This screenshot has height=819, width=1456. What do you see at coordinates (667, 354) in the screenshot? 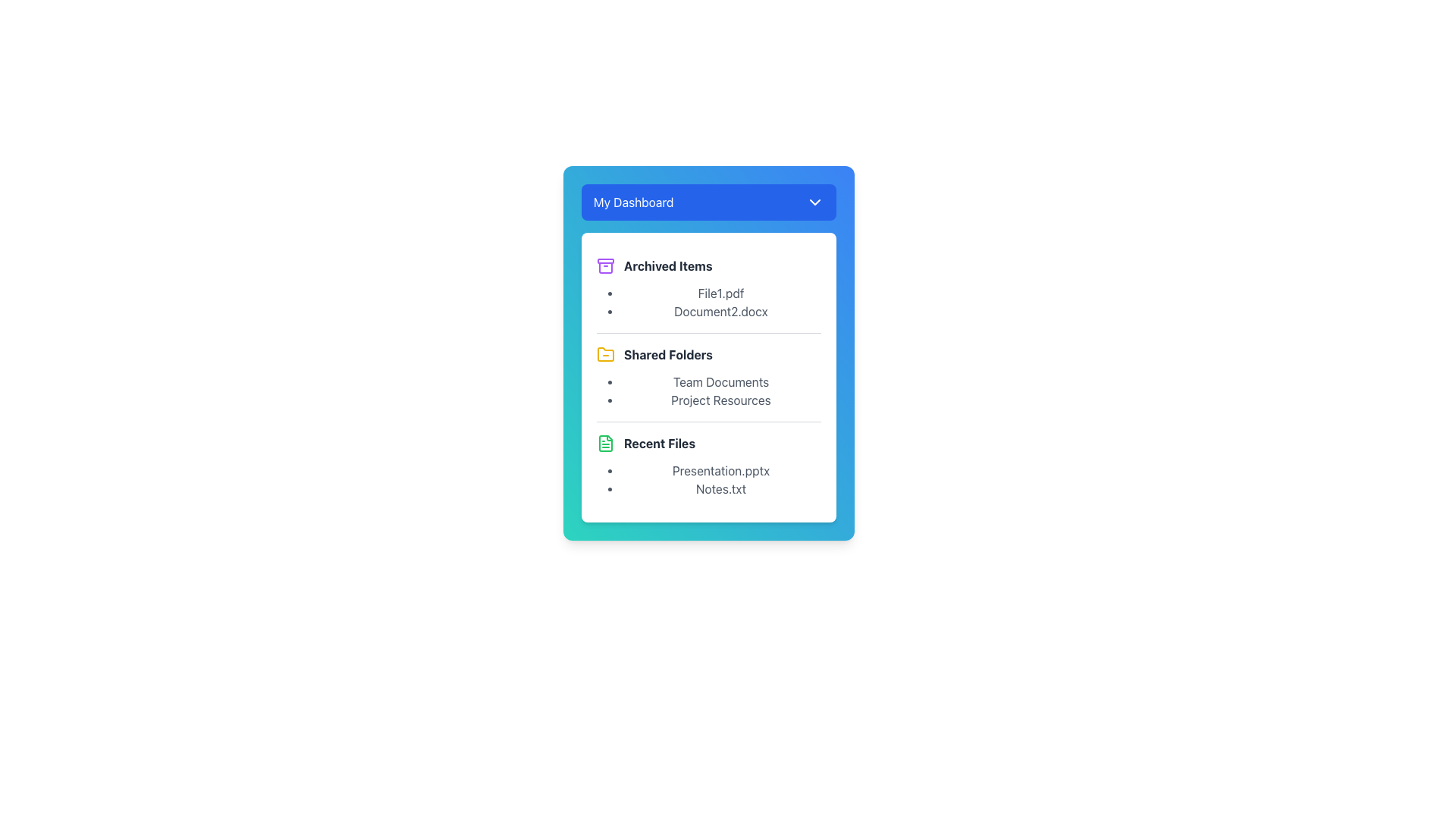
I see `the bold, dark gray text label reading 'Shared Folders', which is positioned near the top center of the 'My Dashboard' panel and is adjacent to a yellow folder icon` at bounding box center [667, 354].